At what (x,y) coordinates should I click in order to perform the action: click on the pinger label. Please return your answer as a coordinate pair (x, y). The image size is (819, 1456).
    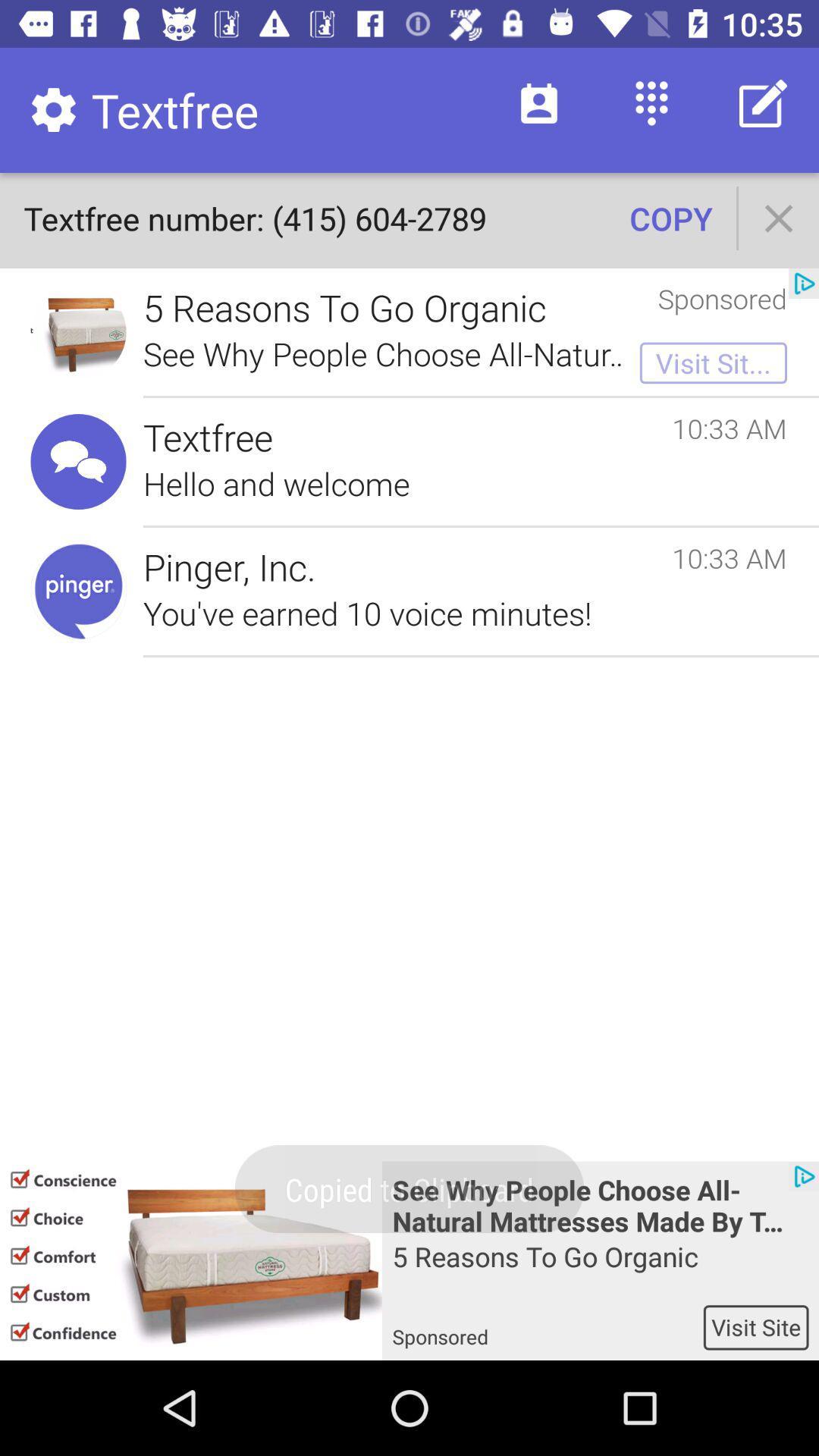
    Looking at the image, I should click on (79, 590).